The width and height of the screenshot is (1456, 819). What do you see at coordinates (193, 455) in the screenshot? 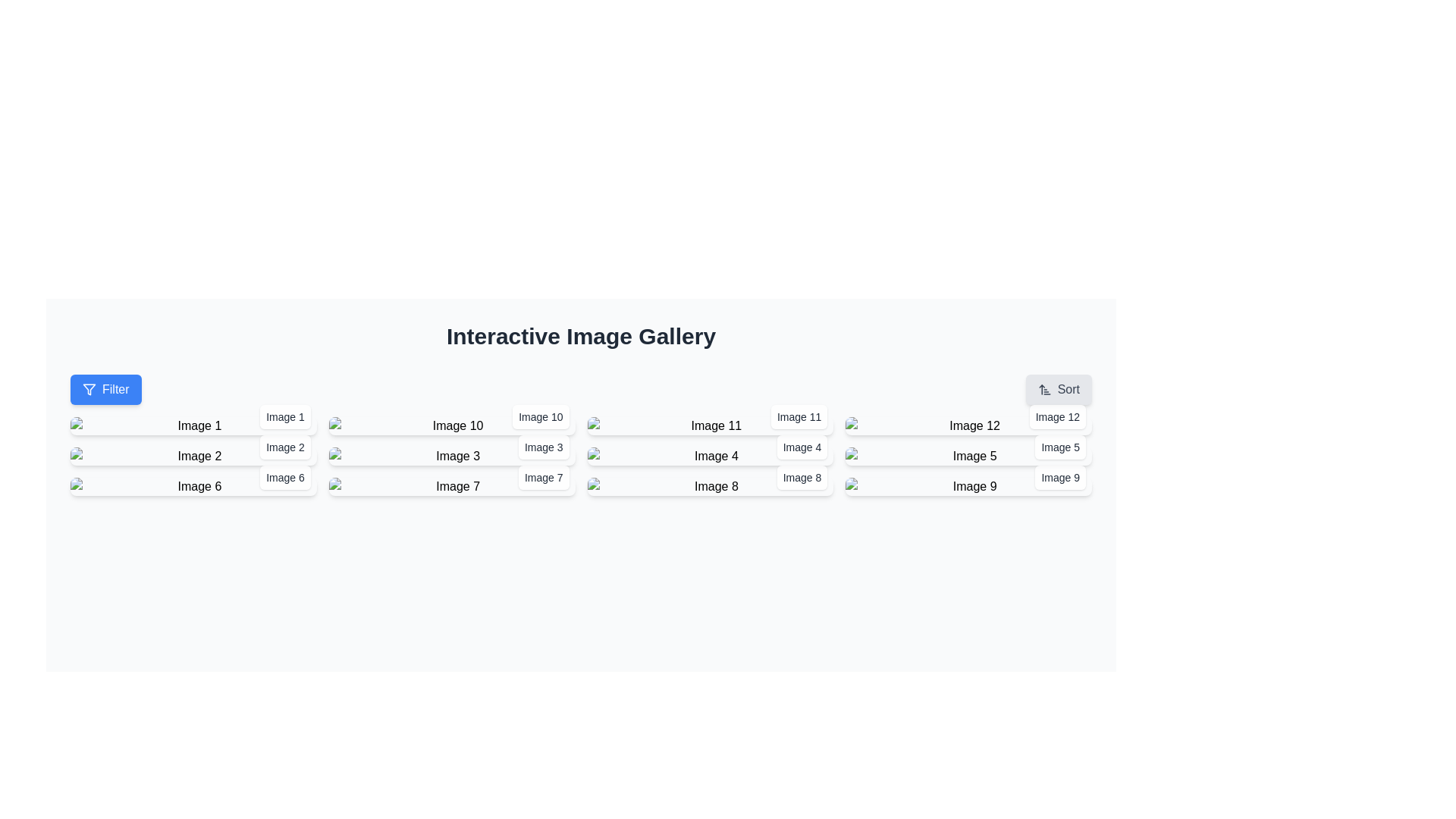
I see `the image thumbnail with overlay text 'Image 2'` at bounding box center [193, 455].